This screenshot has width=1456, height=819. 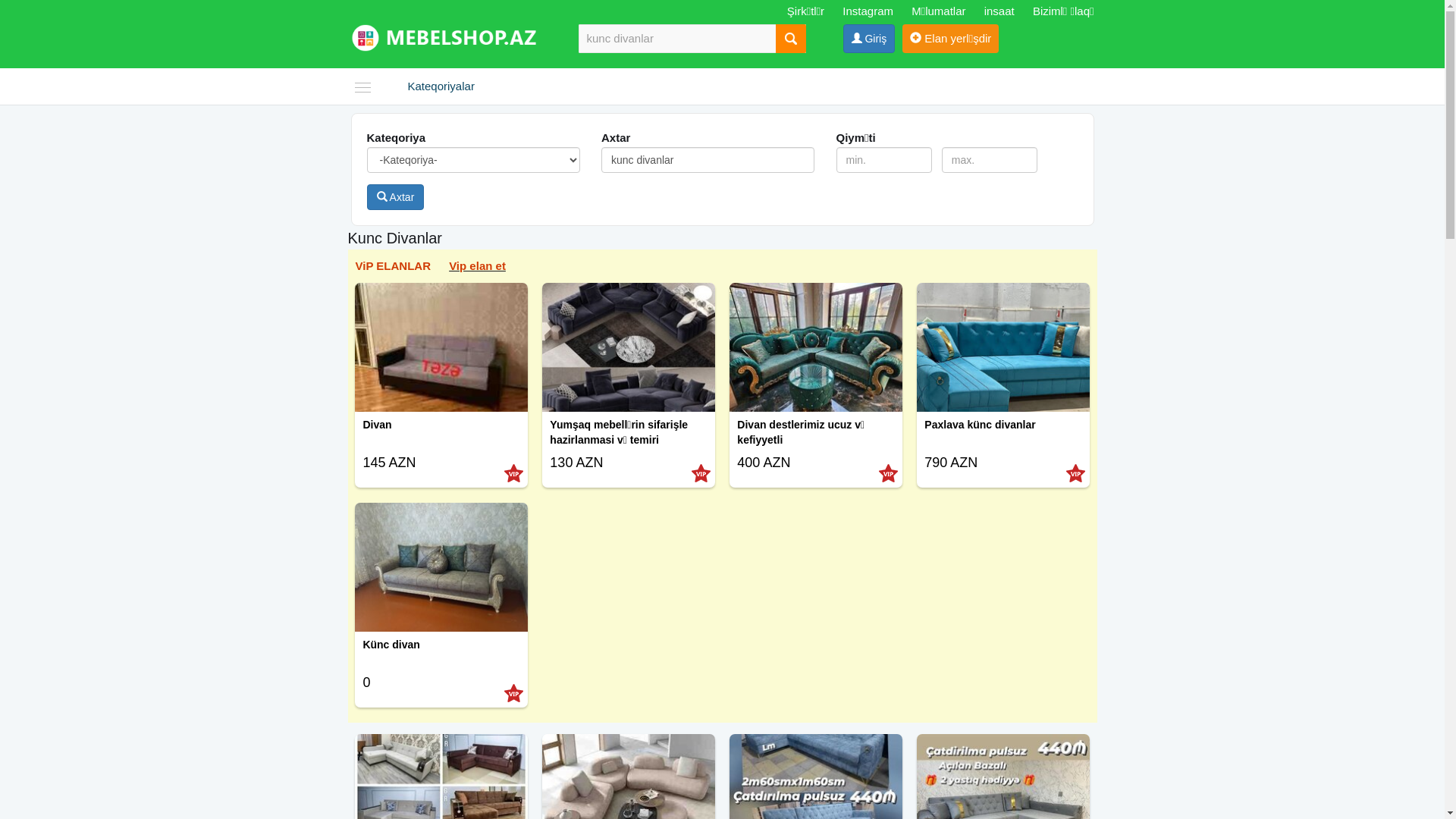 What do you see at coordinates (396, 86) in the screenshot?
I see `'Kateqoriyalar'` at bounding box center [396, 86].